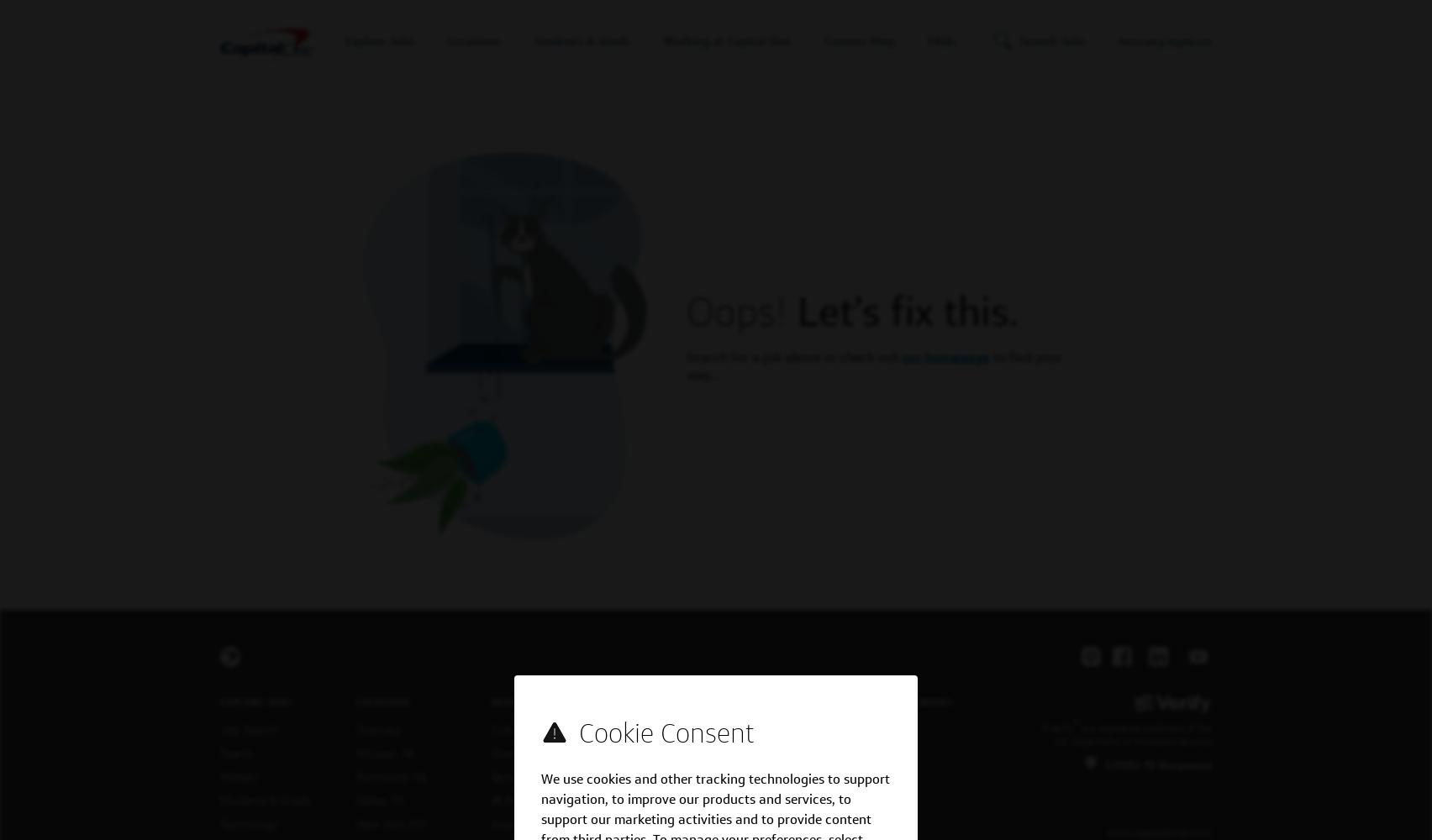 Image resolution: width=1432 pixels, height=840 pixels. I want to click on 'to find your way...', so click(874, 365).